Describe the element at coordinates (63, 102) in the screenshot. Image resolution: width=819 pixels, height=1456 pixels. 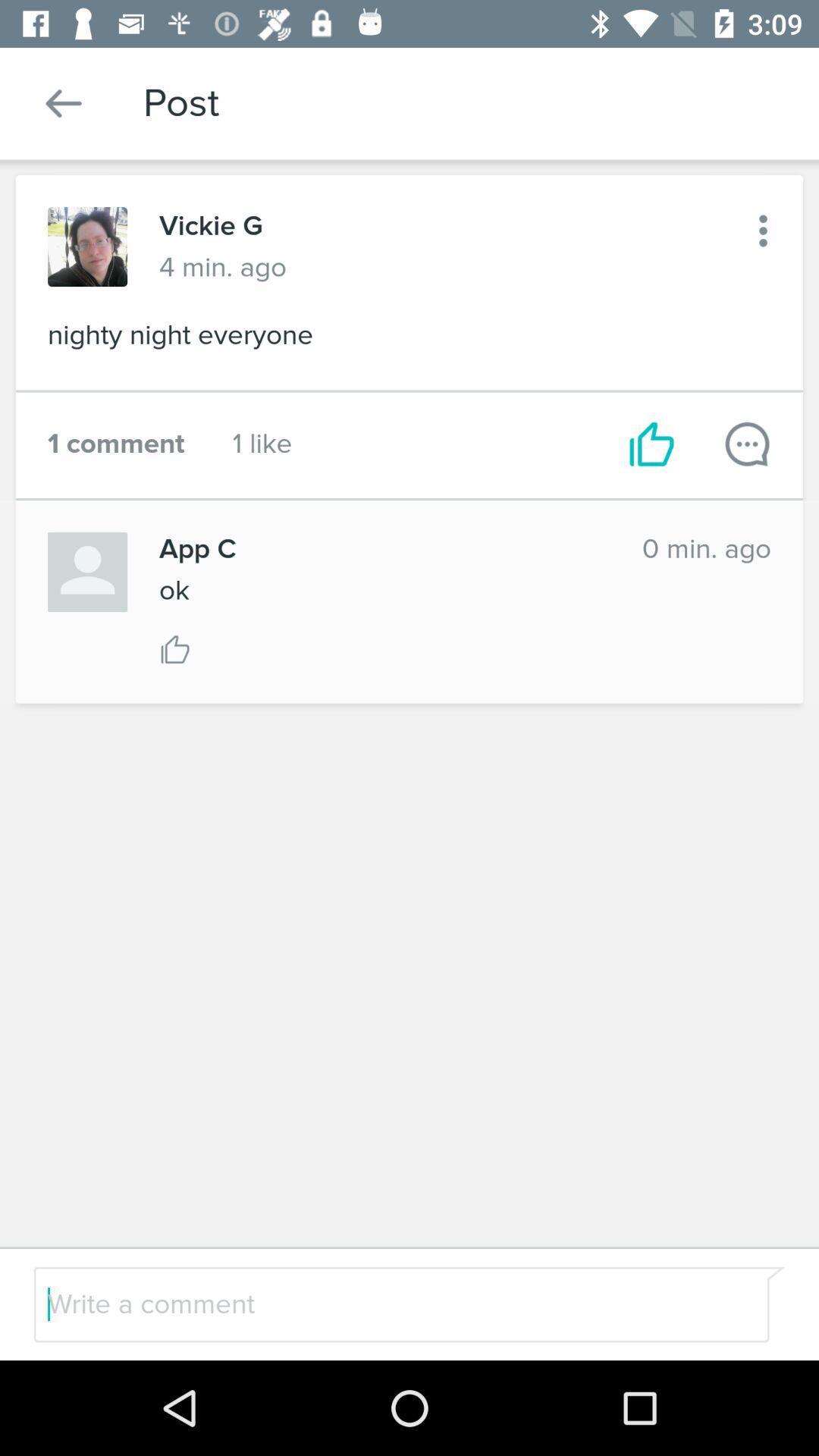
I see `the app next to post icon` at that location.